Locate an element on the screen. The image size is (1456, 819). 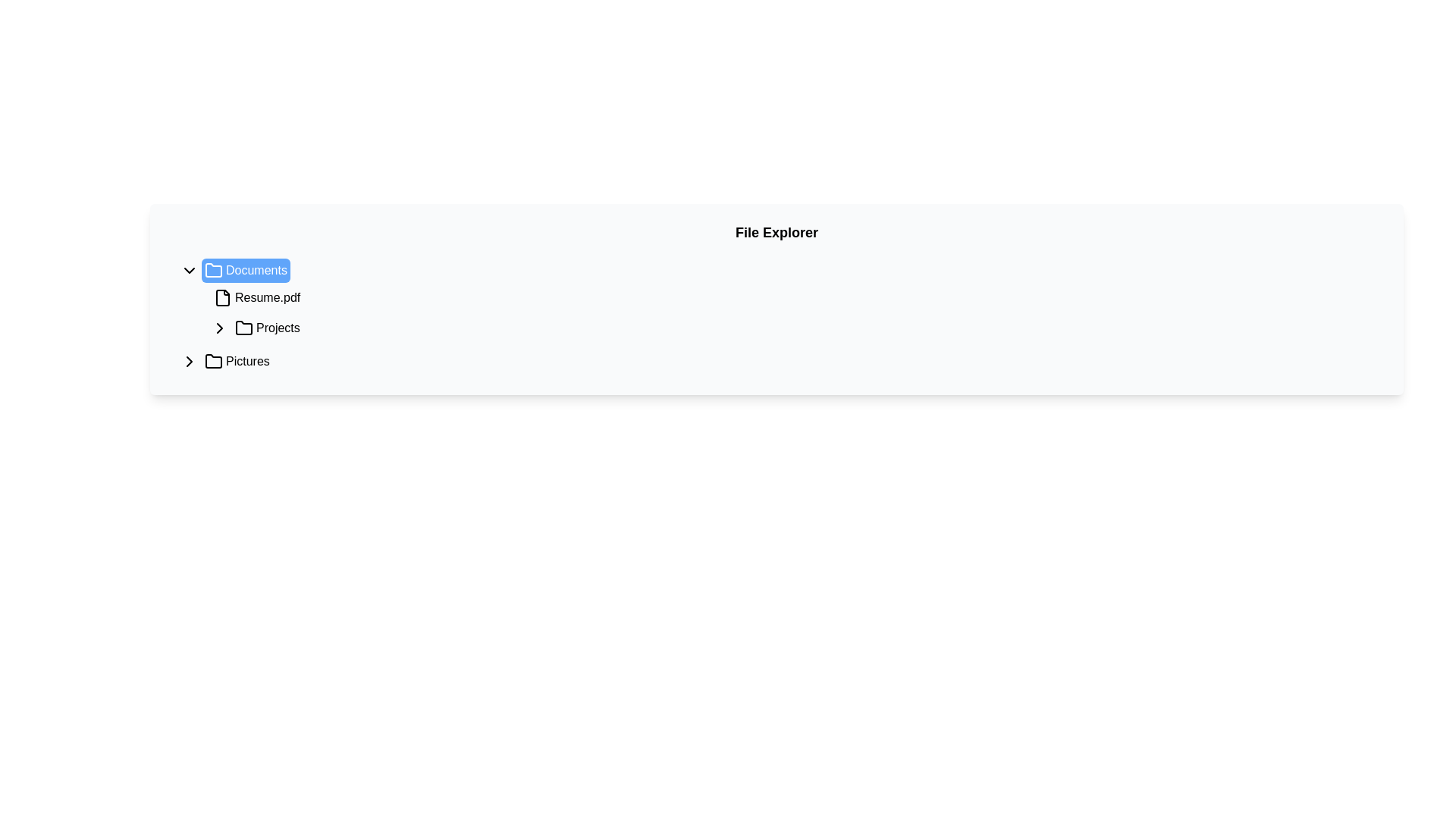
the folder-shaped icon that represents the 'Documents' directory within the file explorer, which is the first item in the list and aligned to the left of the 'Documents' text label is located at coordinates (213, 270).